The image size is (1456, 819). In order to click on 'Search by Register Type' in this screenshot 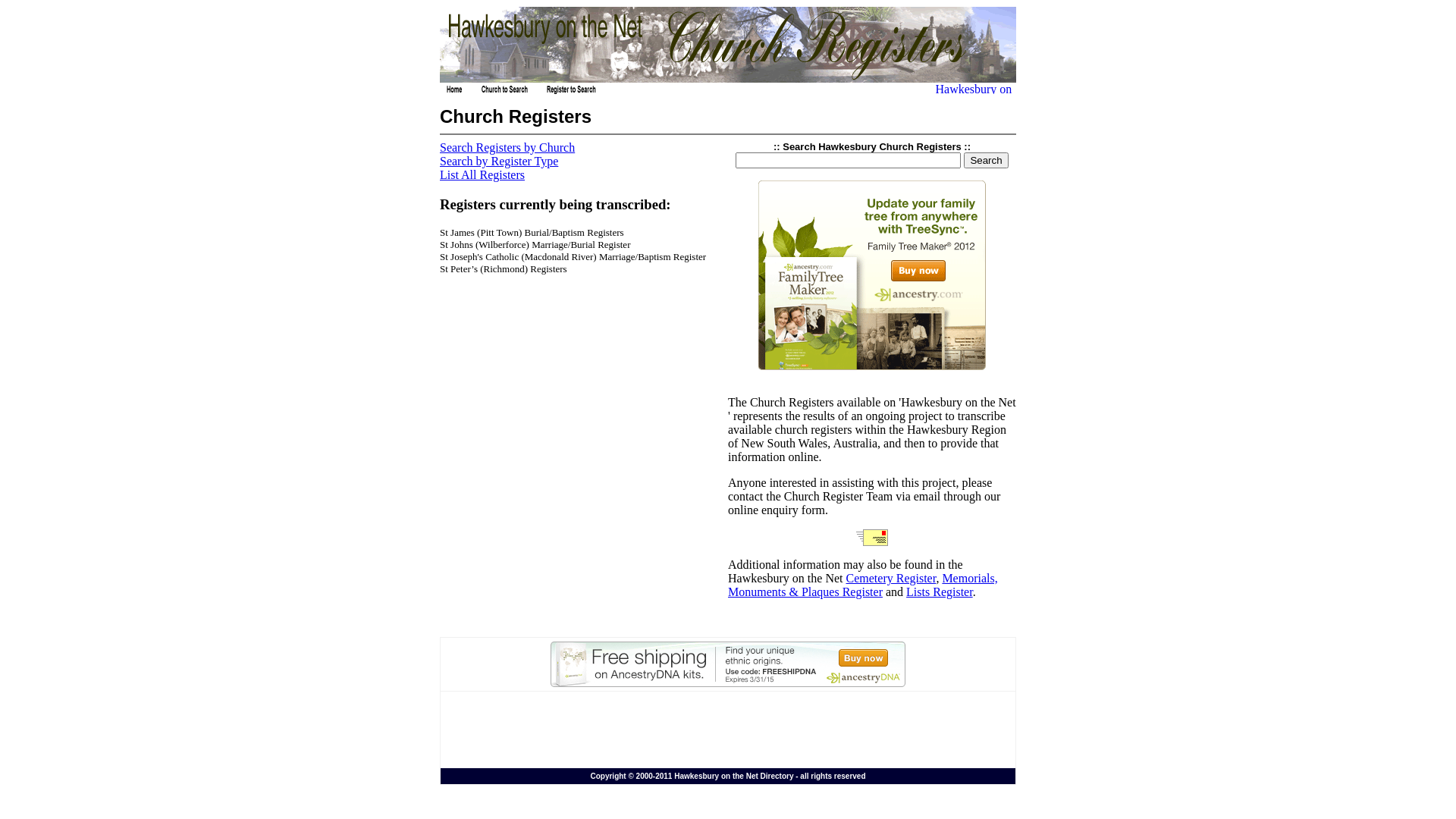, I will do `click(498, 161)`.